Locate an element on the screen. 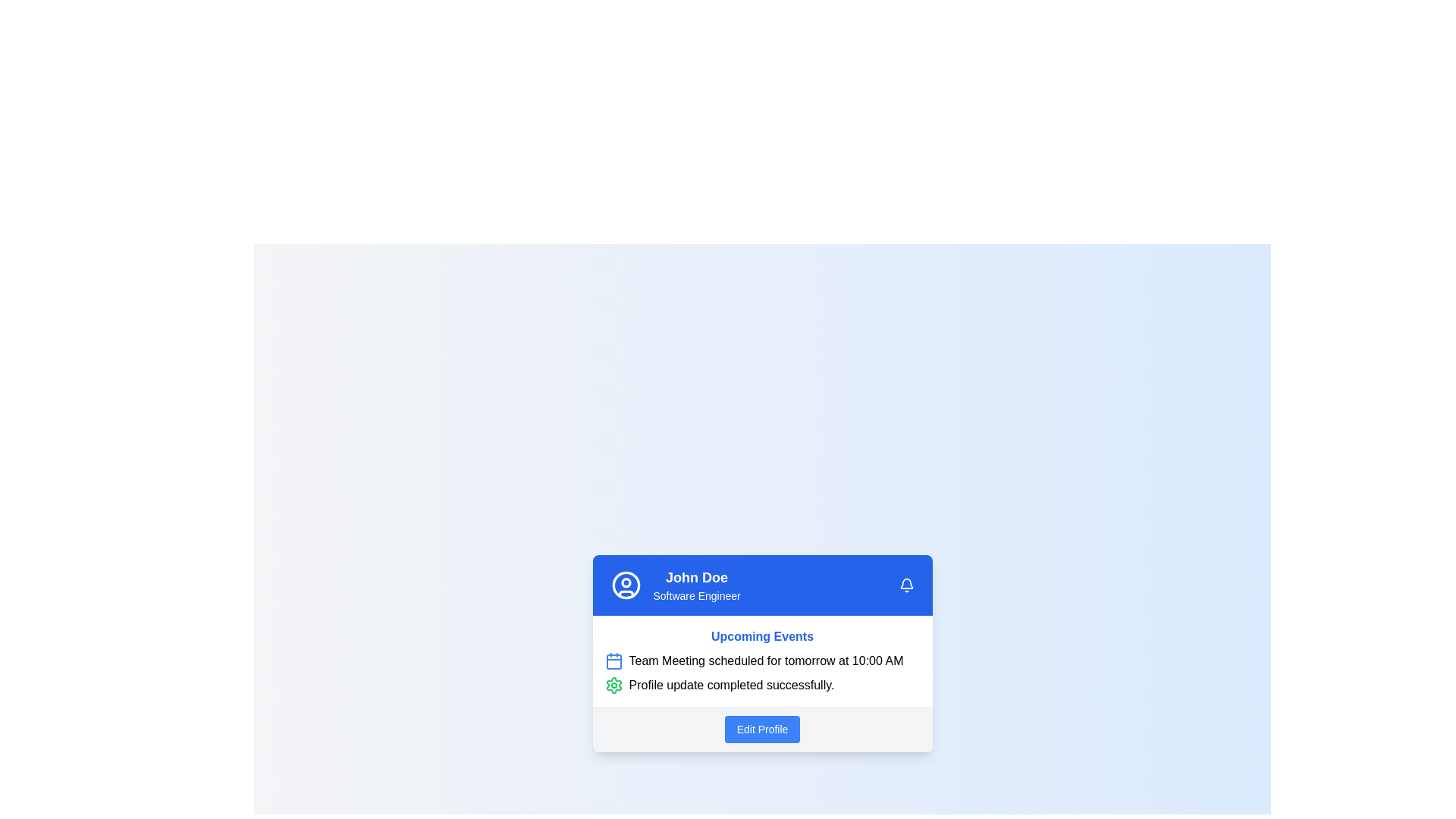  the green gear icon representing settings, located to the left of the 'Profile update completed successfully' text in the notification card at the lower-central area of the interface is located at coordinates (613, 685).